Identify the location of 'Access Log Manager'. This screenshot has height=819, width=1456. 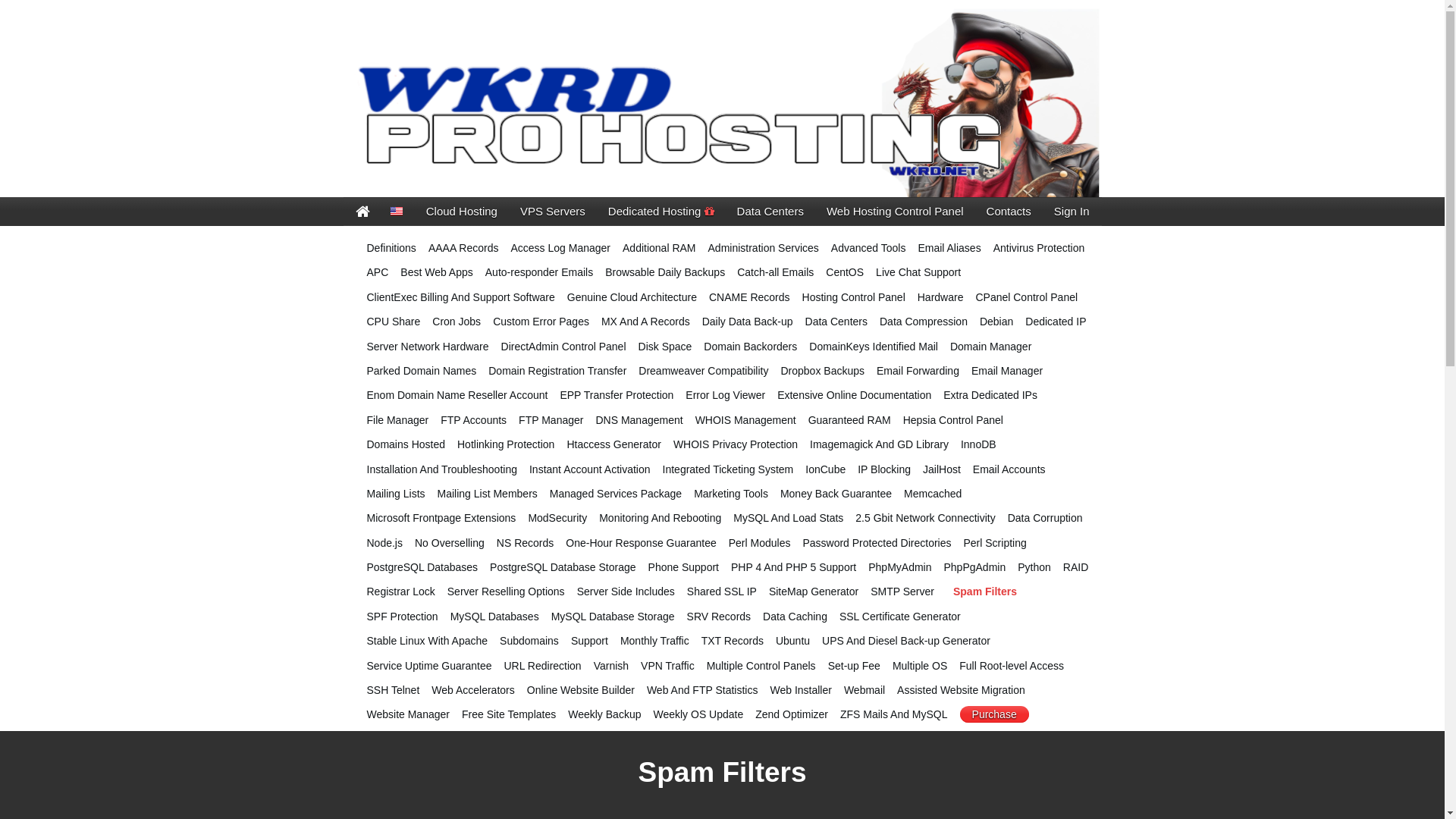
(560, 247).